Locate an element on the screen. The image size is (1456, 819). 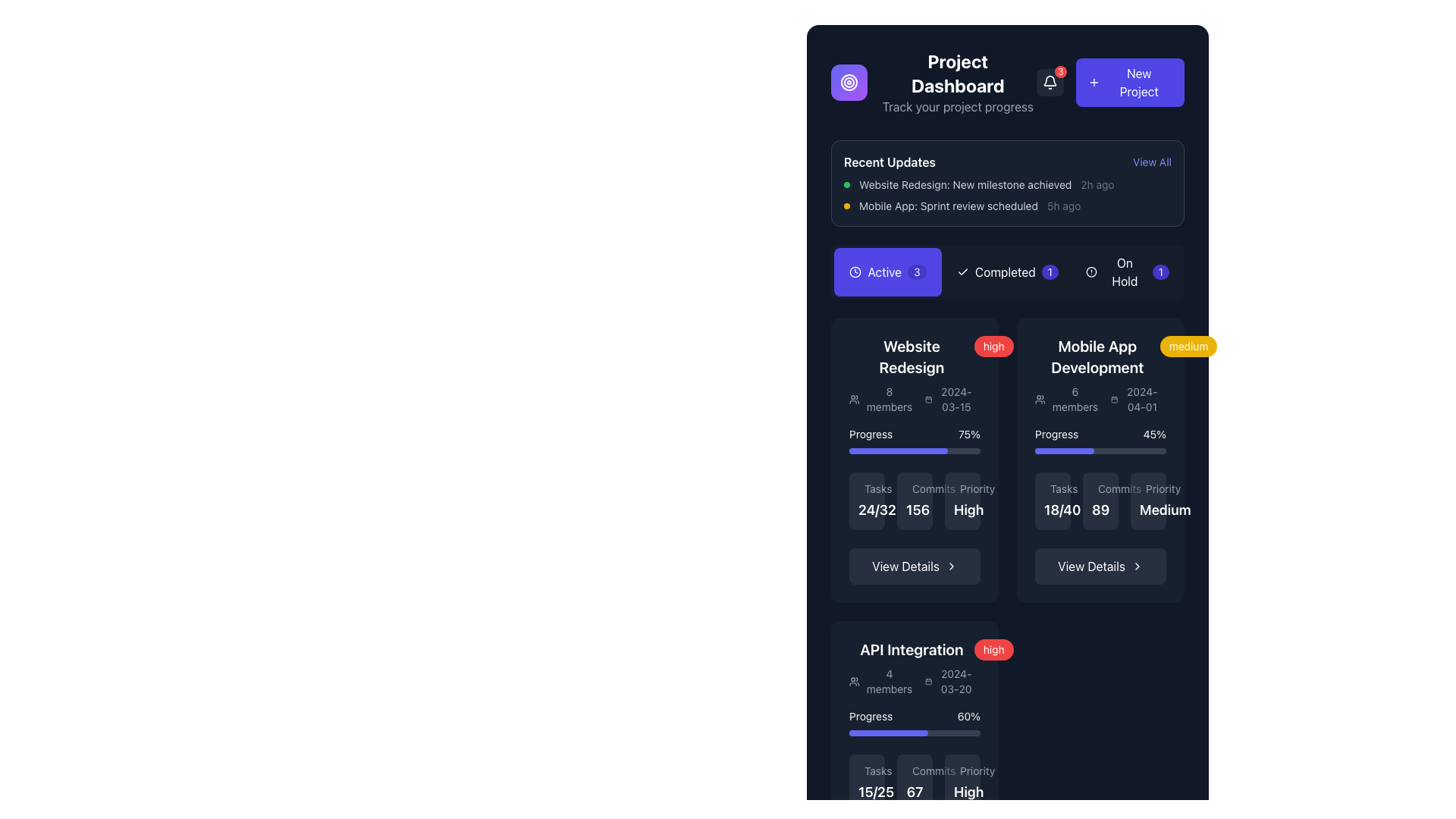
the informational label that provides information about the number of members and the date related to the 'API Integration' card, located in the bottom-left area below the heading and above the progress bar is located at coordinates (911, 680).